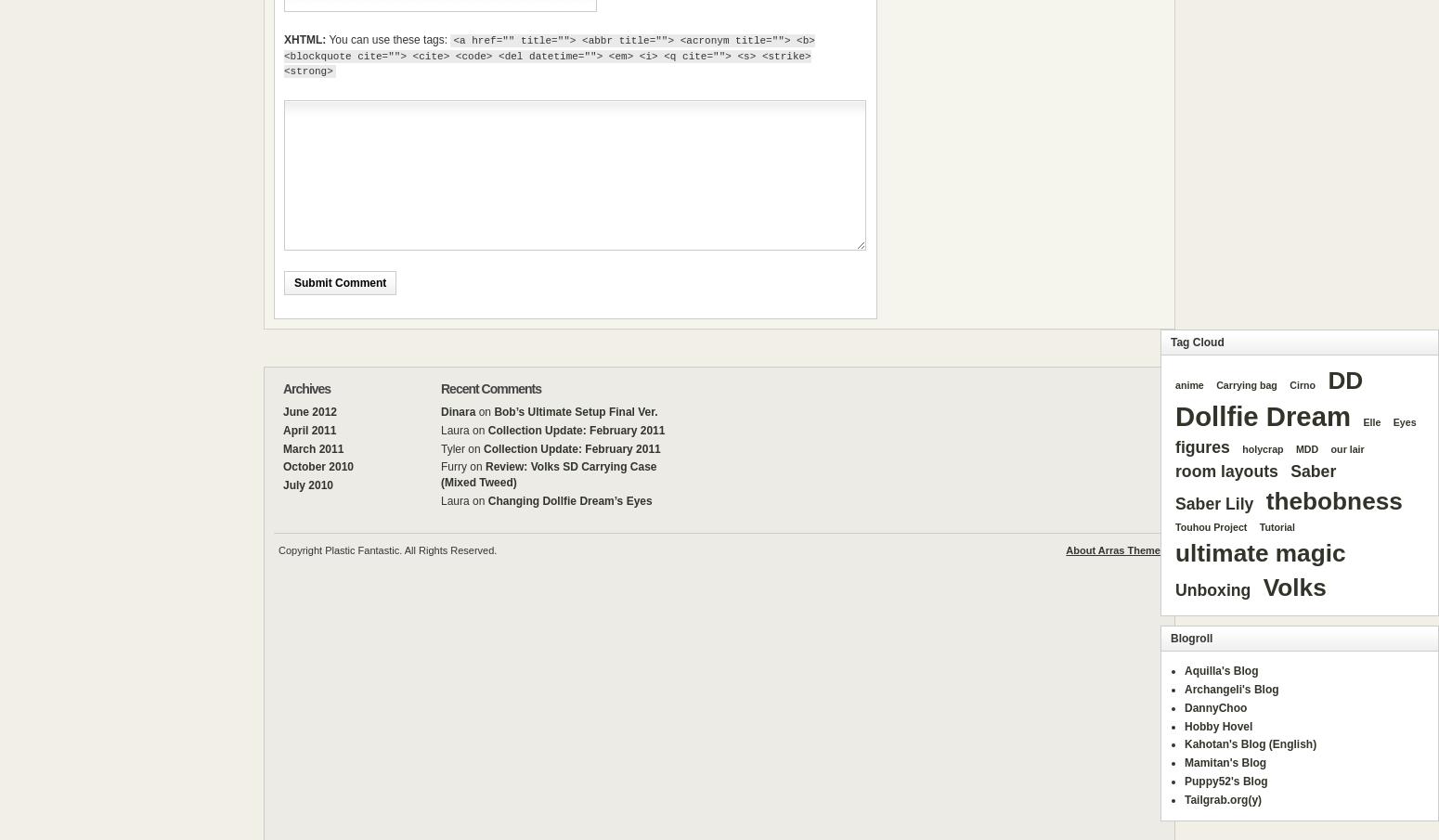 The width and height of the screenshot is (1439, 840). What do you see at coordinates (307, 484) in the screenshot?
I see `'July 2010'` at bounding box center [307, 484].